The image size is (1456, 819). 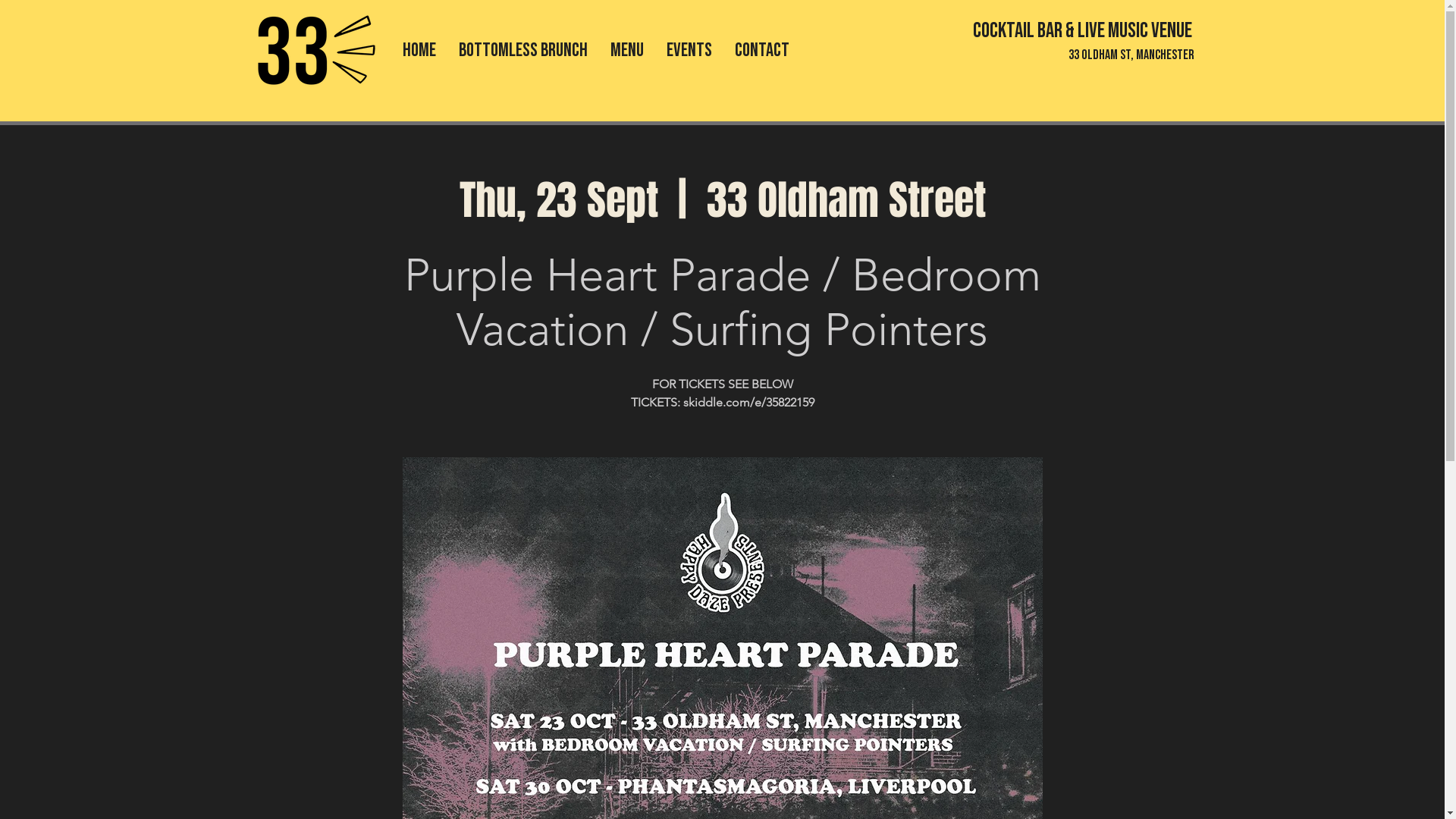 What do you see at coordinates (688, 49) in the screenshot?
I see `'EVENTS'` at bounding box center [688, 49].